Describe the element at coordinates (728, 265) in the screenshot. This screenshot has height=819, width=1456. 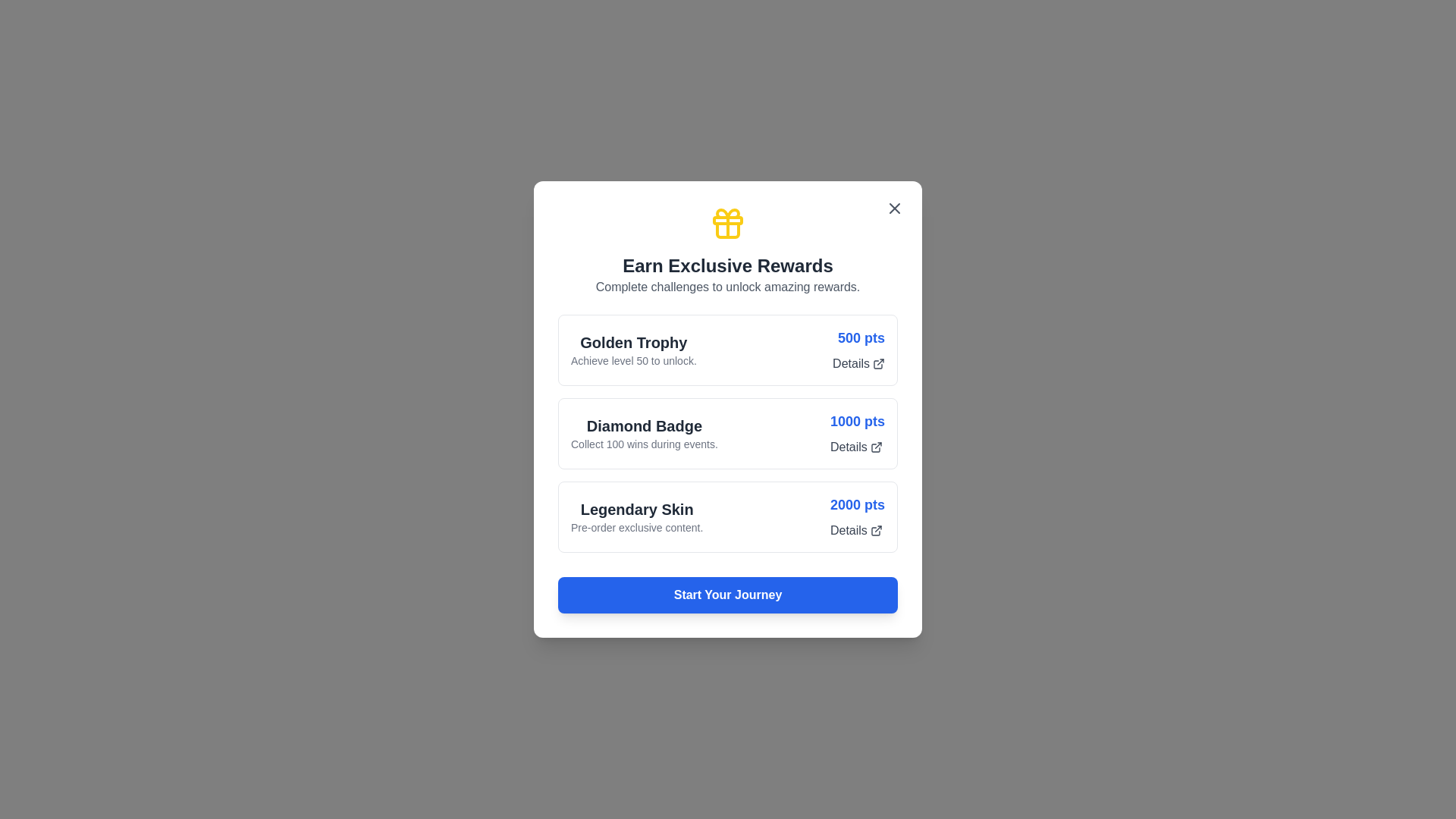
I see `the bold header text displaying 'Earn Exclusive Rewards' located in the upper center of the modal dialog box` at that location.